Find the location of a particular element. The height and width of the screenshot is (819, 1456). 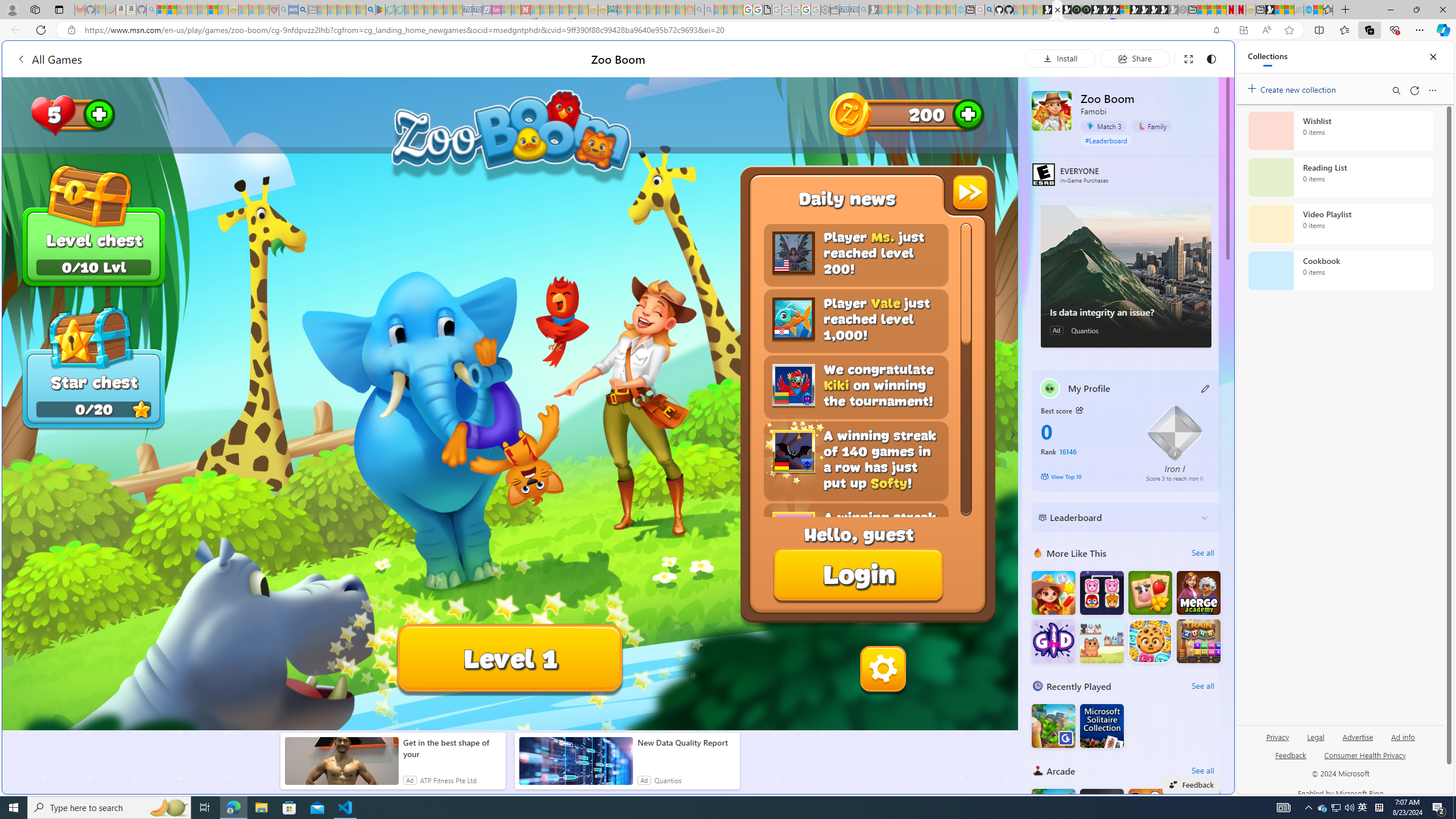

'Class: button edit-icon' is located at coordinates (1205, 388).